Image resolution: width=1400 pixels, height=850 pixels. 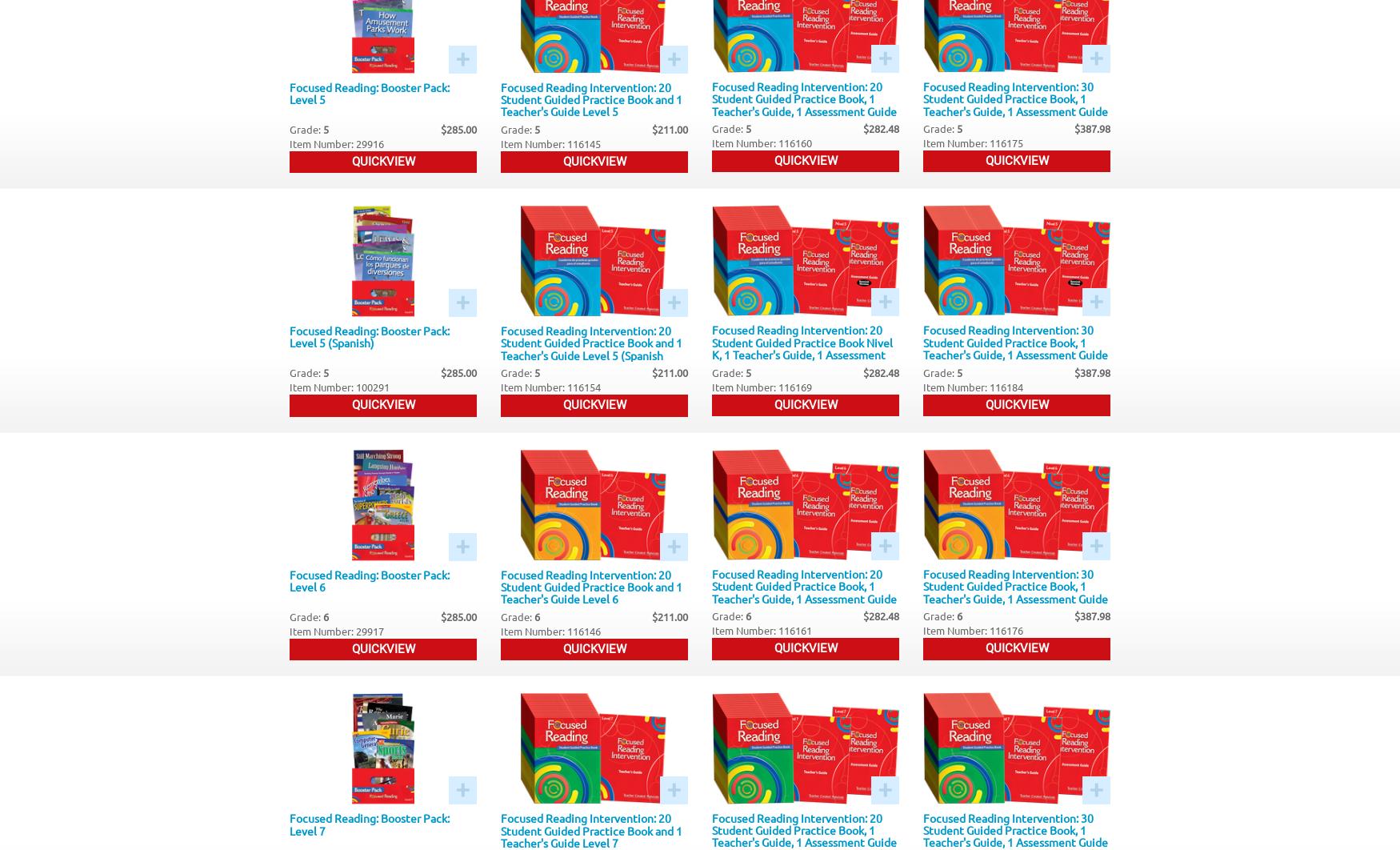 What do you see at coordinates (1014, 103) in the screenshot?
I see `'Focused Reading Intervention: 30 Student Guided Practice Book, 1 Teacher's Guide, 1 Assessment Guide Level 5'` at bounding box center [1014, 103].